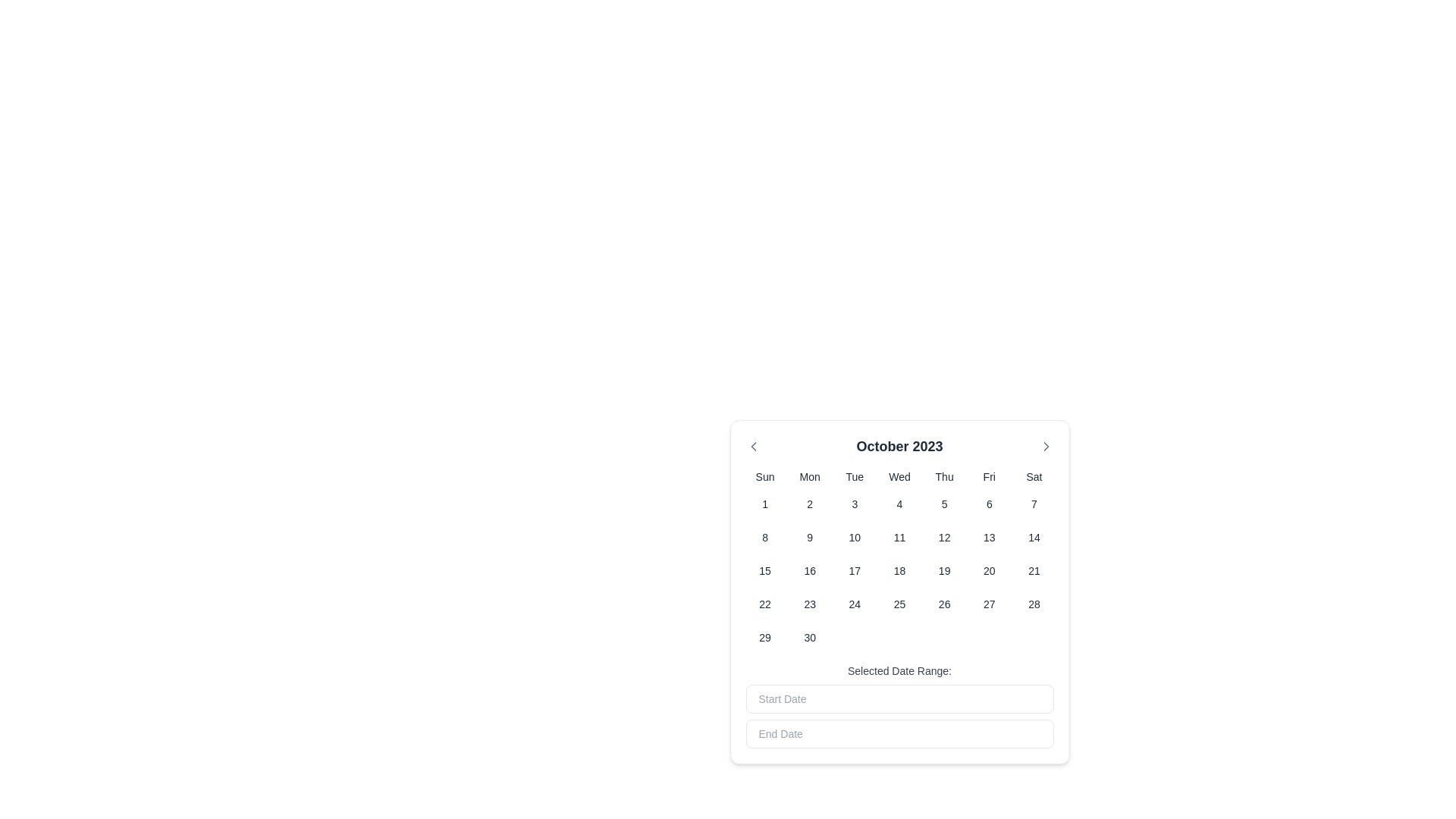 The width and height of the screenshot is (1456, 819). I want to click on the text label indicating 'Tuesday' in the calendar header, which is positioned between 'Mon' and 'Wed', so click(855, 475).